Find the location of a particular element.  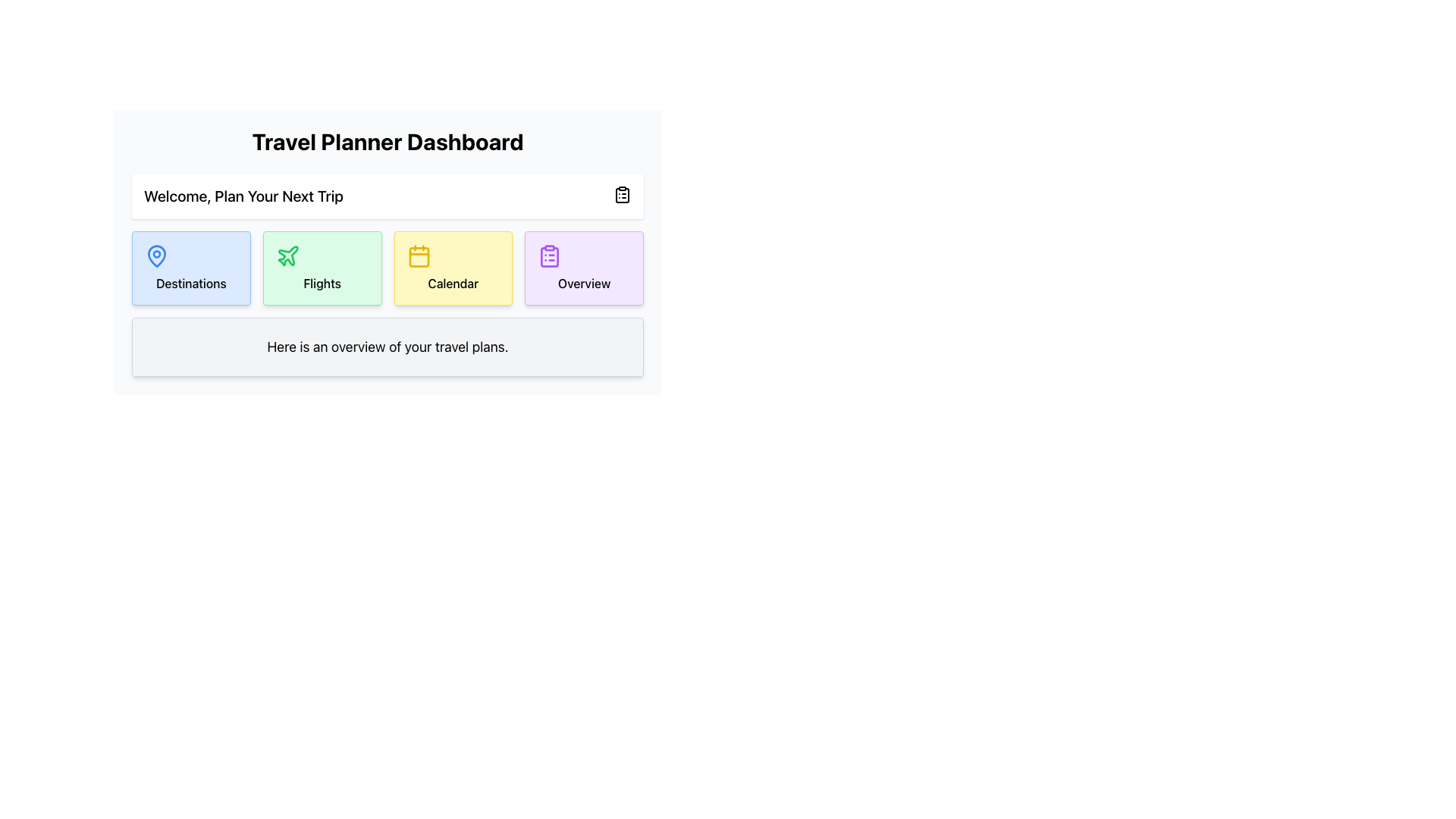

the Vector graphic icon that represents the destinations feature within the 'Destinations' card, which is the first of four horizontally aligned cards is located at coordinates (156, 254).